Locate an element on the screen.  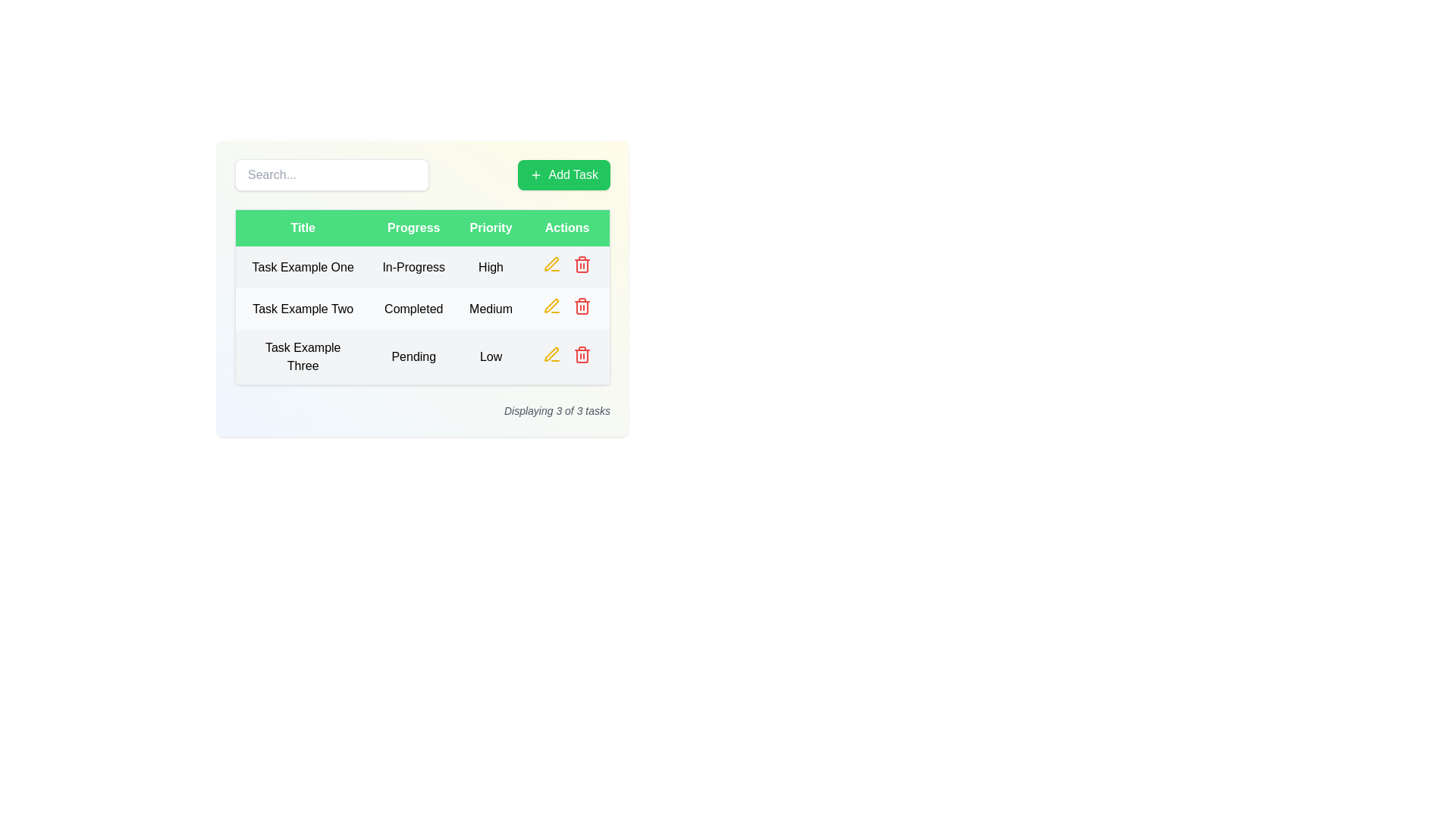
the third row in the table, which provides detailed information about a specific task, including its title, progress status, and priority level is located at coordinates (422, 357).